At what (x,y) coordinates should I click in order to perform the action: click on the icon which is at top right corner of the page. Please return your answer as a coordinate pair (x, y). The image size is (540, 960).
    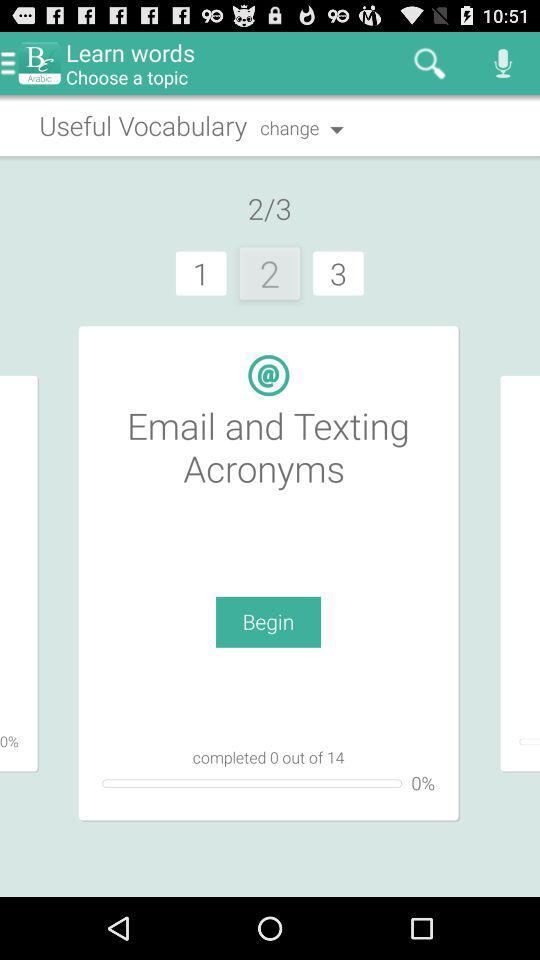
    Looking at the image, I should click on (502, 63).